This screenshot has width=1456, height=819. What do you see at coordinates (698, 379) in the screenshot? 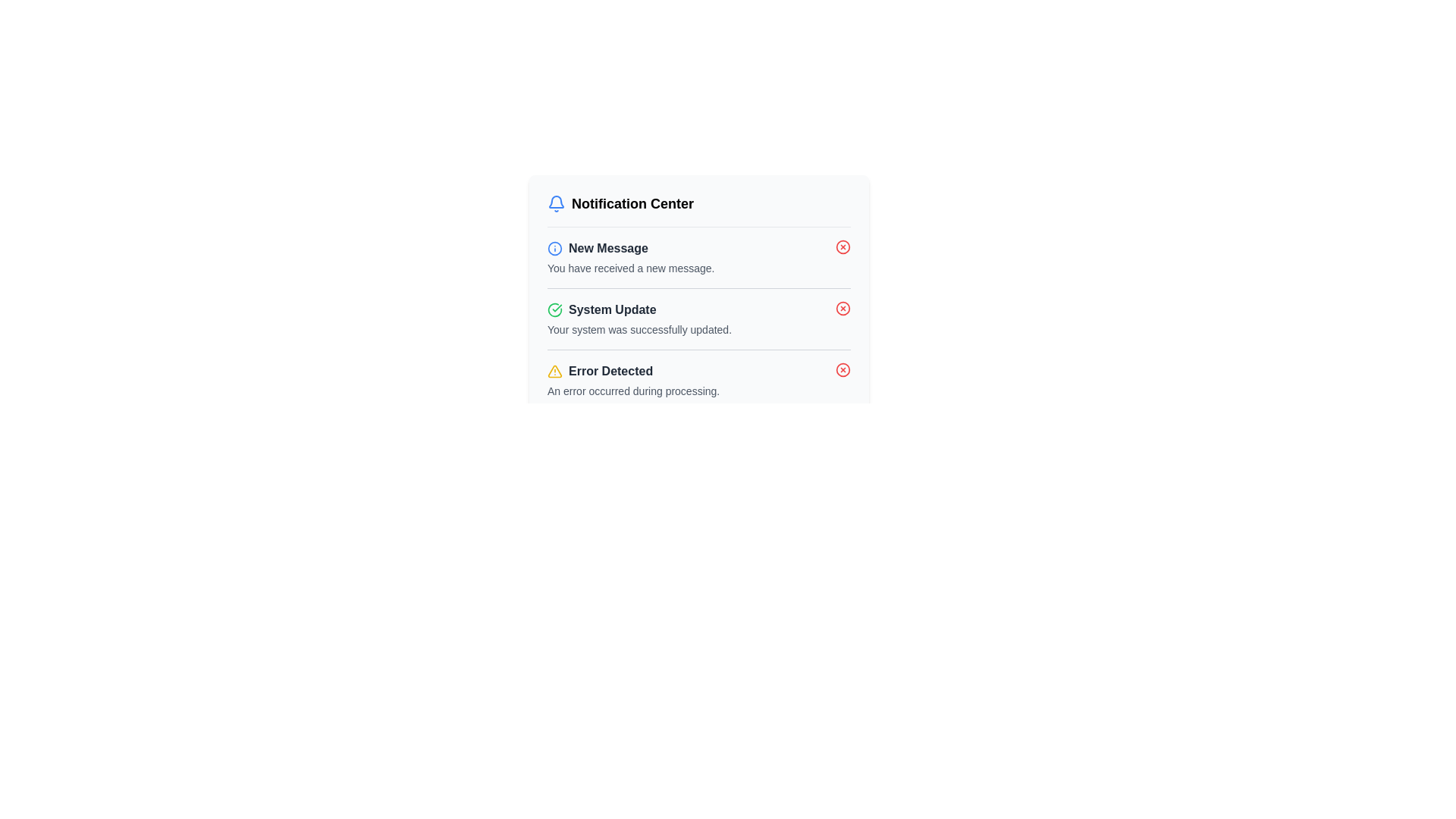
I see `informational notification entry that indicates an error during processing, which is the last item in the vertical list of notifications` at bounding box center [698, 379].